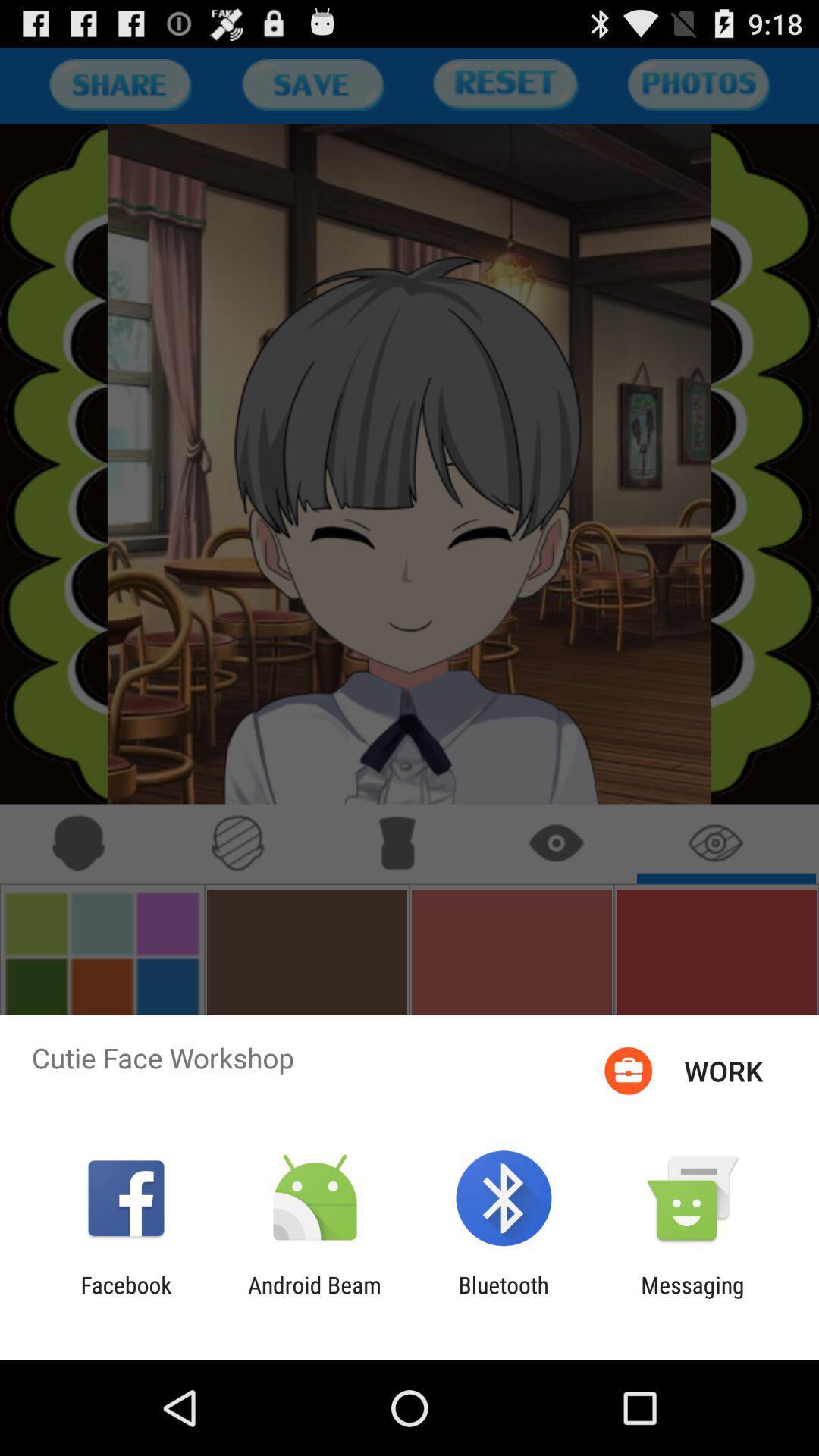 The height and width of the screenshot is (1456, 819). Describe the element at coordinates (314, 1298) in the screenshot. I see `android beam item` at that location.